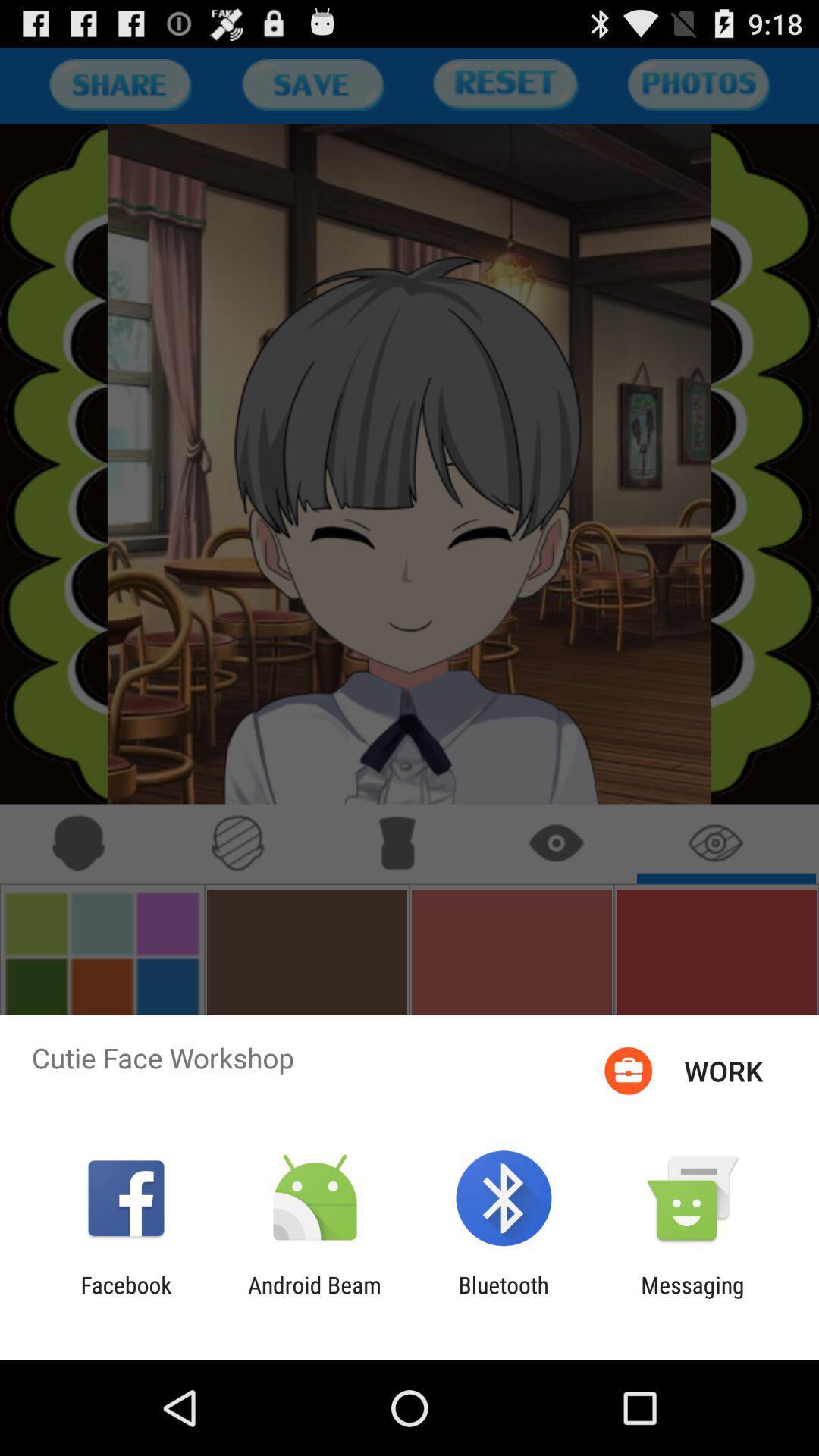 The height and width of the screenshot is (1456, 819). Describe the element at coordinates (314, 1298) in the screenshot. I see `android beam item` at that location.